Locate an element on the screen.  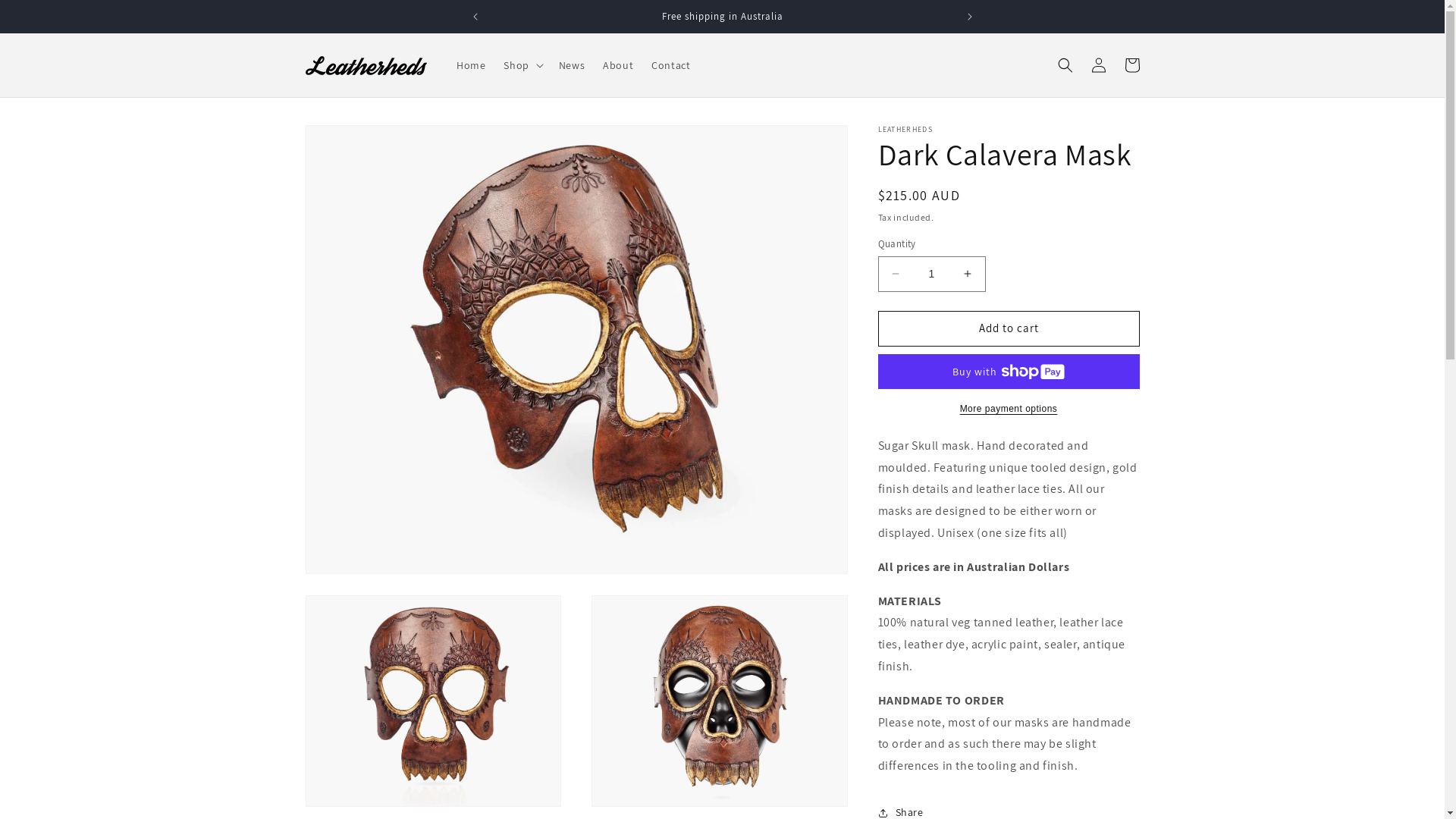
'More payment options' is located at coordinates (877, 408).